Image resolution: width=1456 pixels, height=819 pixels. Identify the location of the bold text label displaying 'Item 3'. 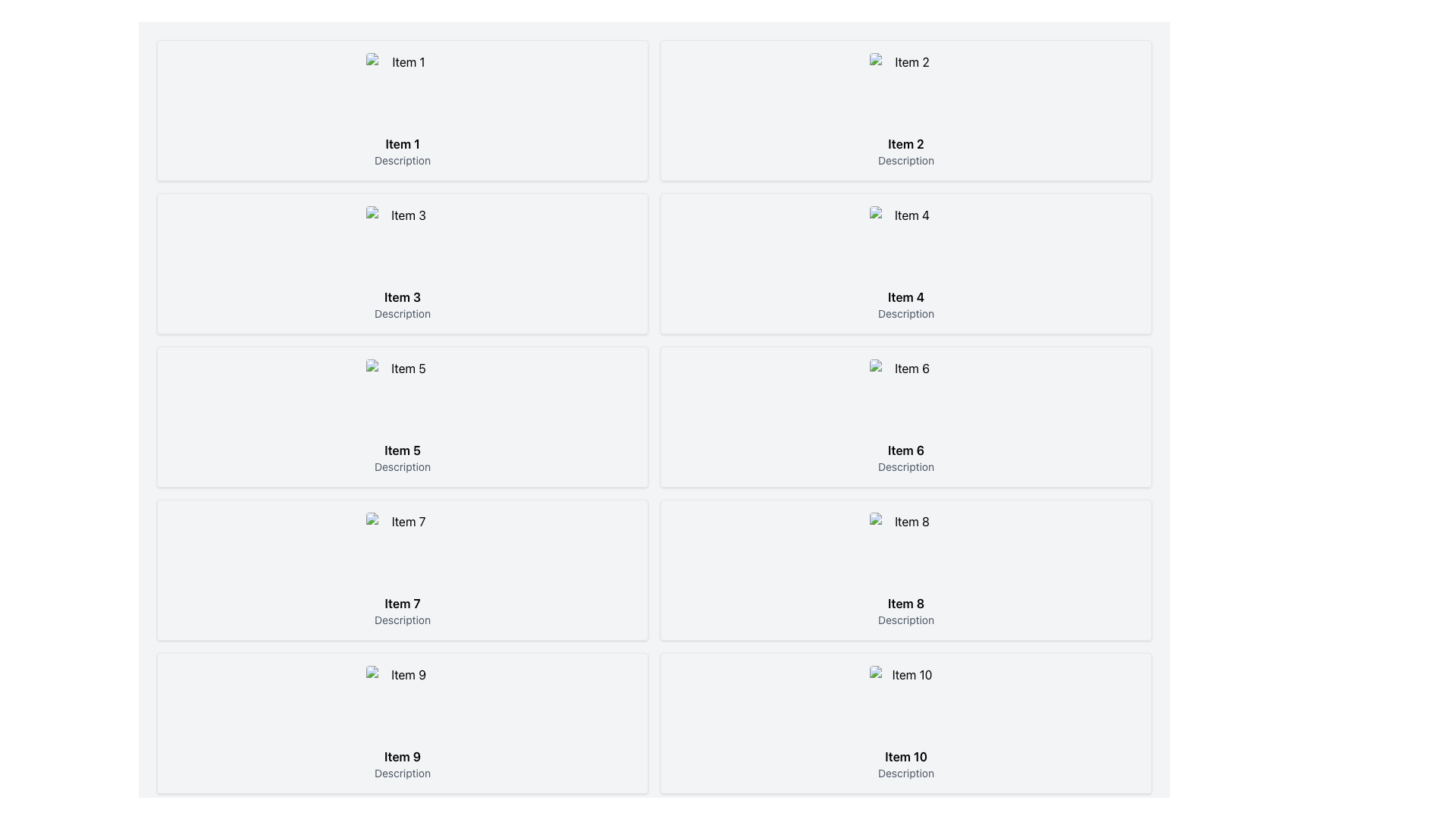
(403, 297).